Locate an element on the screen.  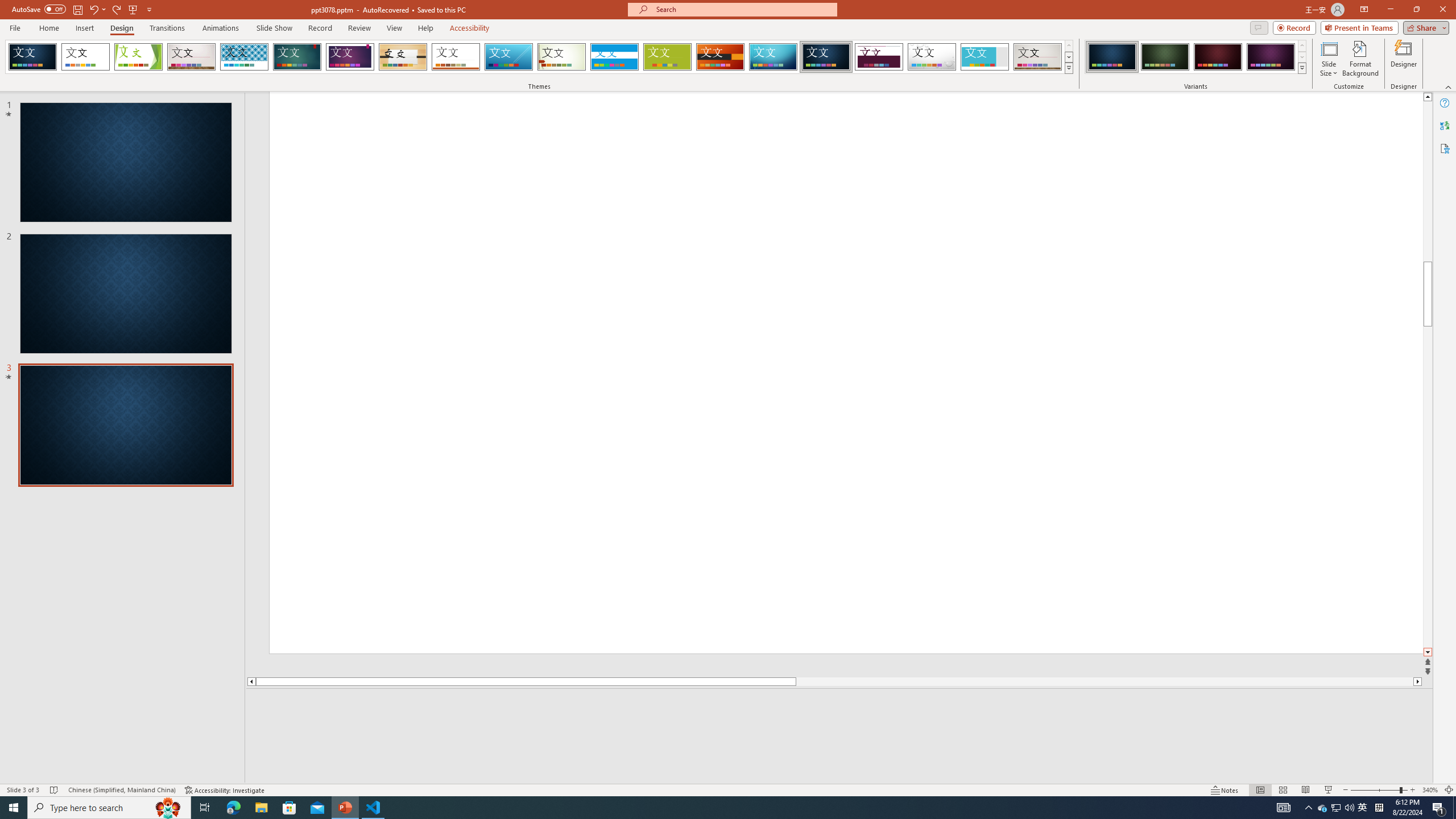
'Basis' is located at coordinates (667, 56).